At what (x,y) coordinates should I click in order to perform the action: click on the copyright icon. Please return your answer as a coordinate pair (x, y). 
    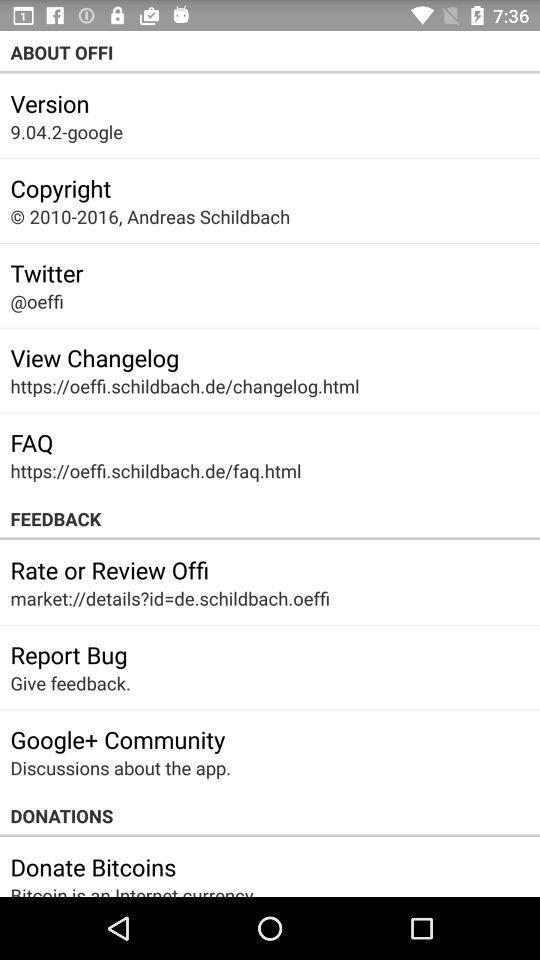
    Looking at the image, I should click on (60, 188).